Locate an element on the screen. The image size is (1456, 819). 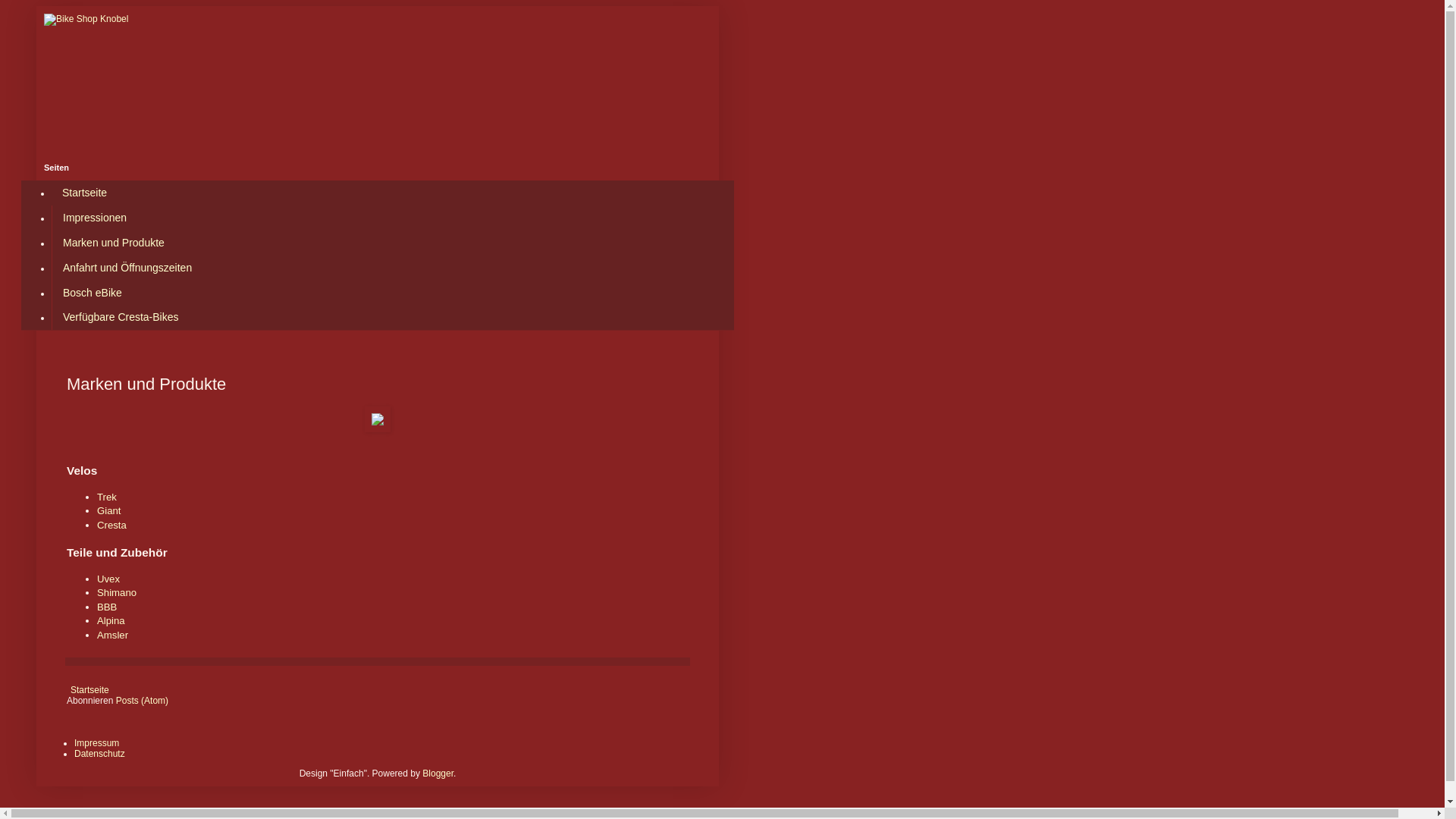
'Impressionen' is located at coordinates (93, 218).